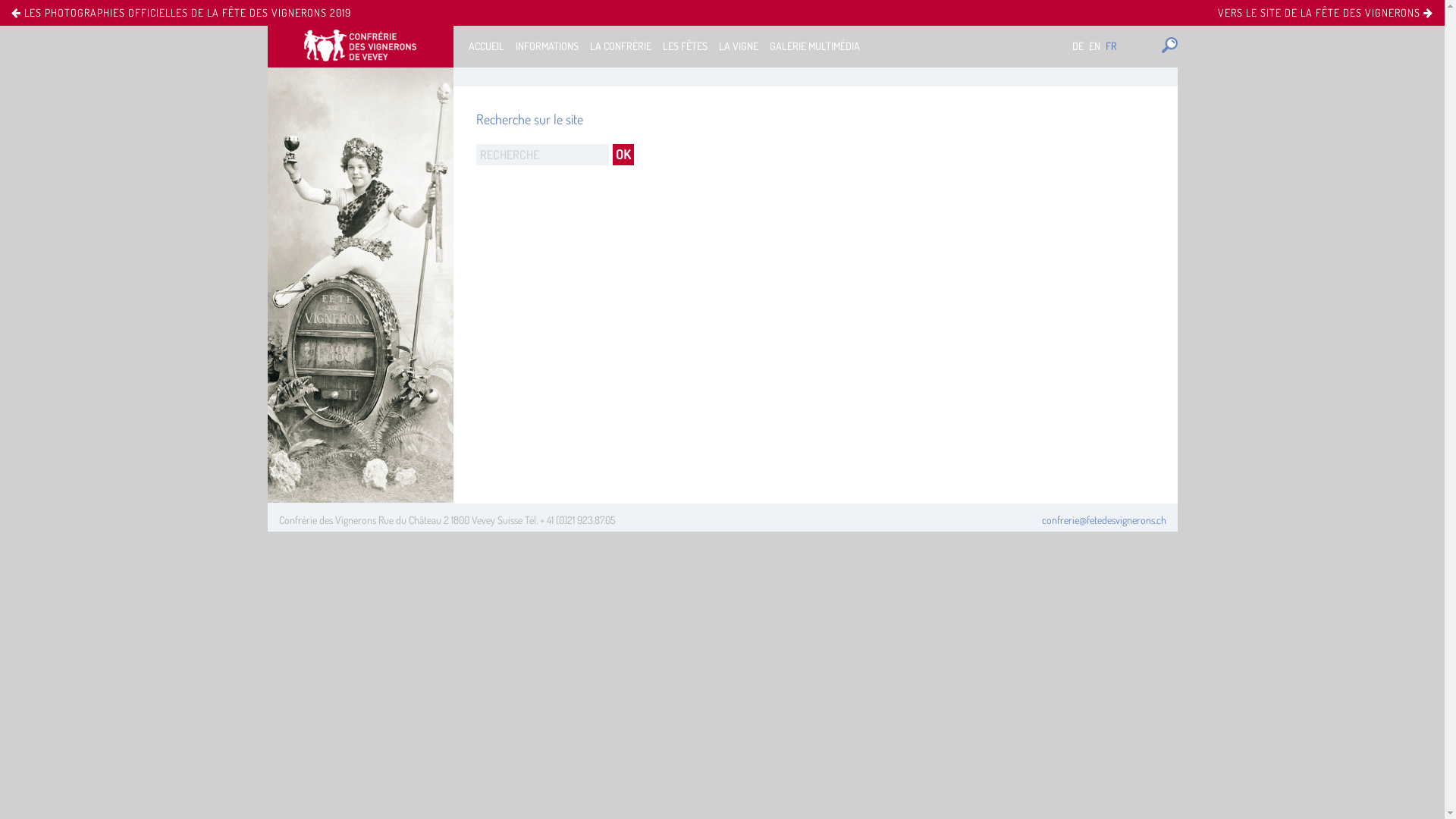 The height and width of the screenshot is (819, 1456). What do you see at coordinates (486, 45) in the screenshot?
I see `'ACCUEIL'` at bounding box center [486, 45].